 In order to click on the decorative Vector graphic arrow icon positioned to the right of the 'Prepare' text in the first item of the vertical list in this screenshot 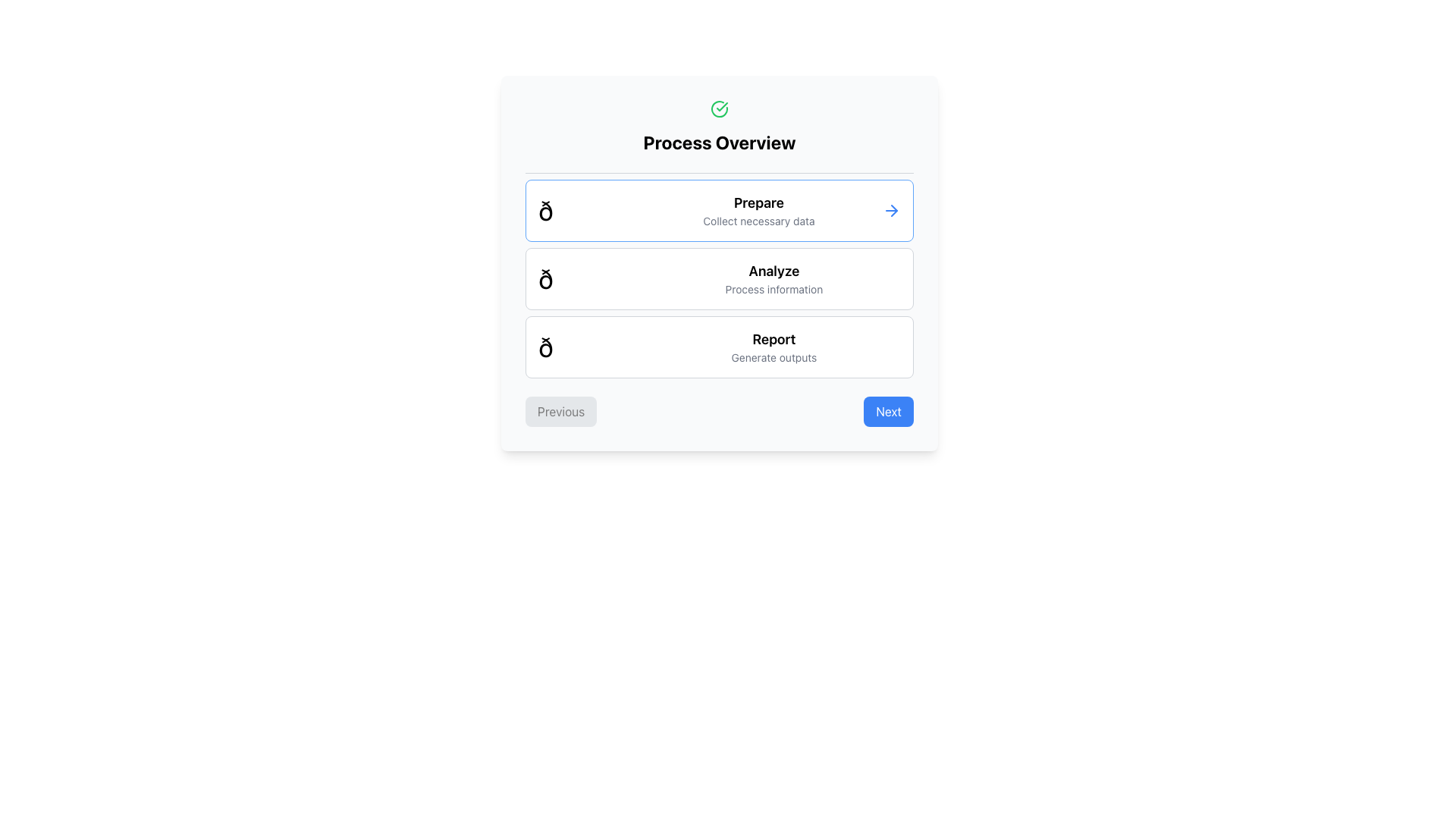, I will do `click(894, 210)`.